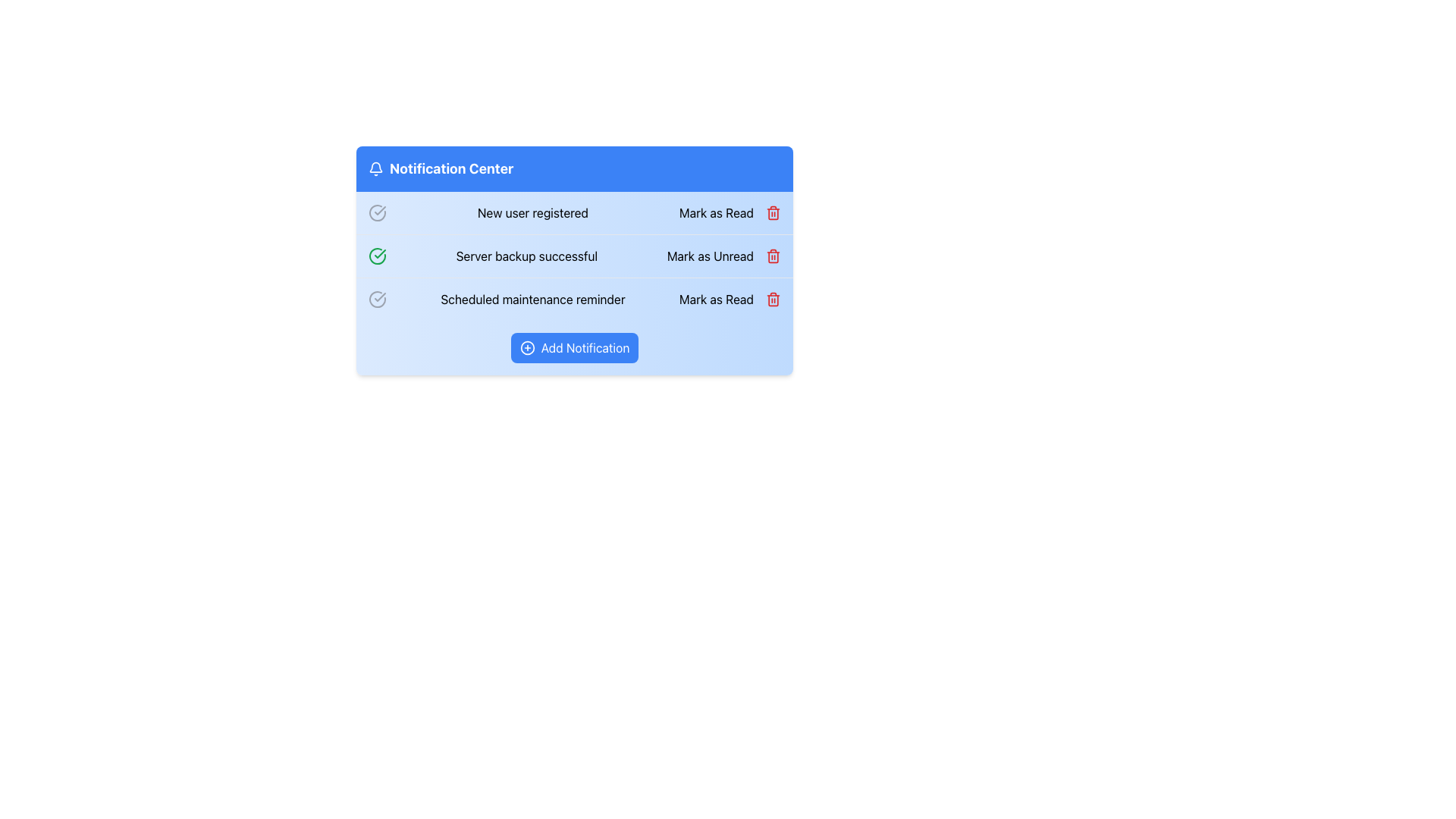  I want to click on the Notification List Item that indicates 'Server backup successful', so click(574, 255).